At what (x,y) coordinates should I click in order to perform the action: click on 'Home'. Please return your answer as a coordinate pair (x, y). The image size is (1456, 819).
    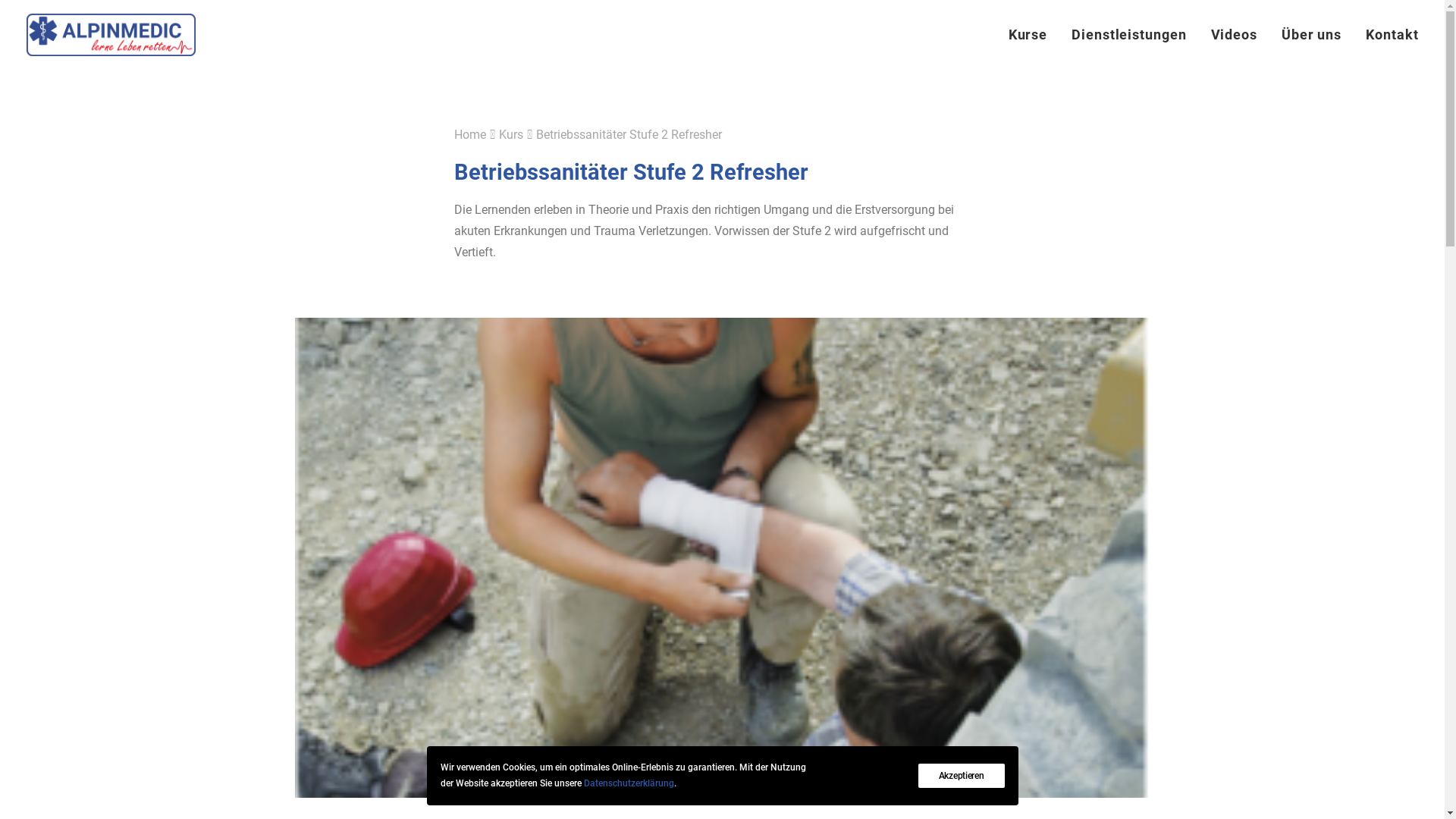
    Looking at the image, I should click on (469, 133).